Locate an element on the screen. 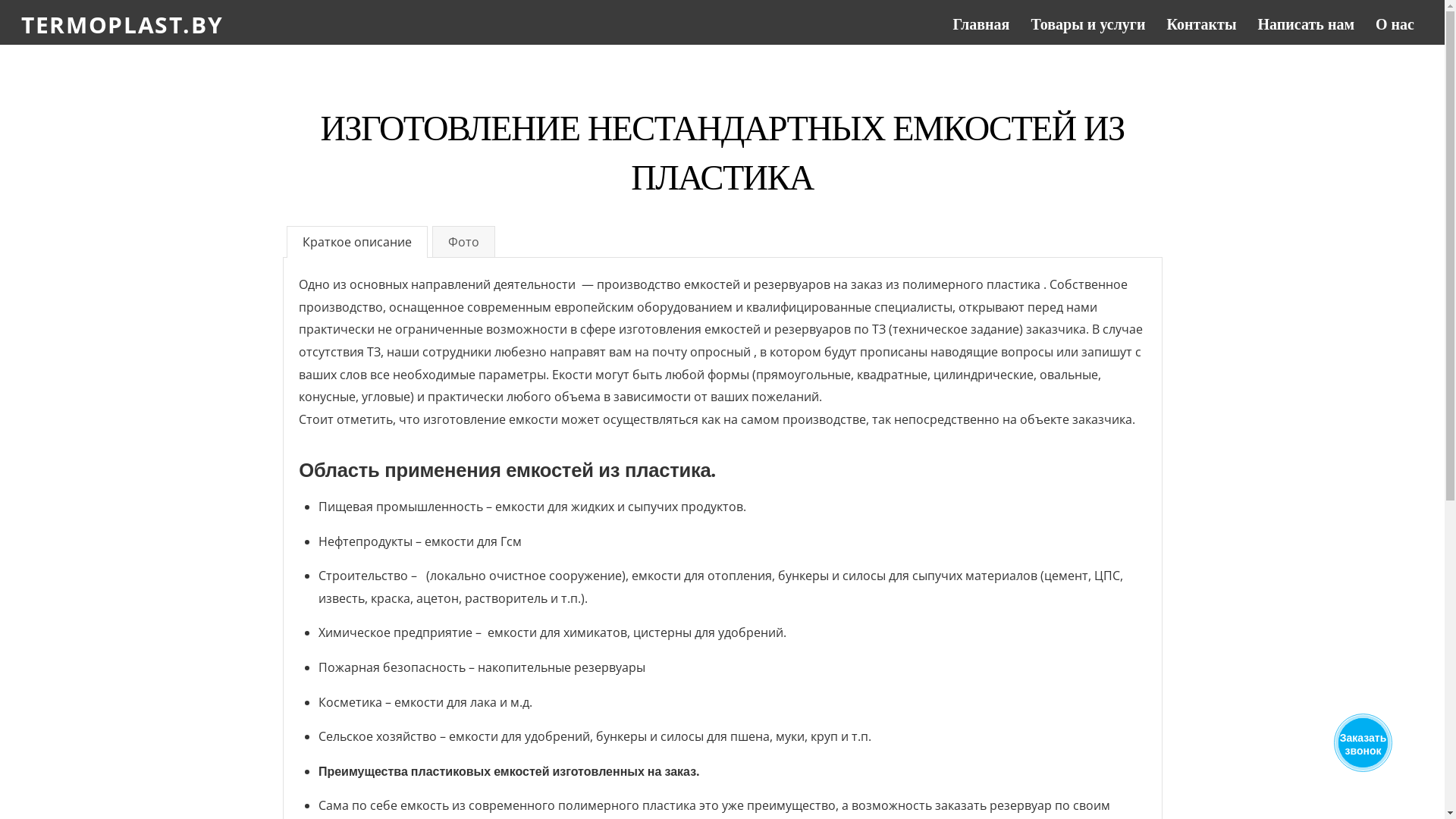  'TERMOPLAST.BY' is located at coordinates (122, 24).